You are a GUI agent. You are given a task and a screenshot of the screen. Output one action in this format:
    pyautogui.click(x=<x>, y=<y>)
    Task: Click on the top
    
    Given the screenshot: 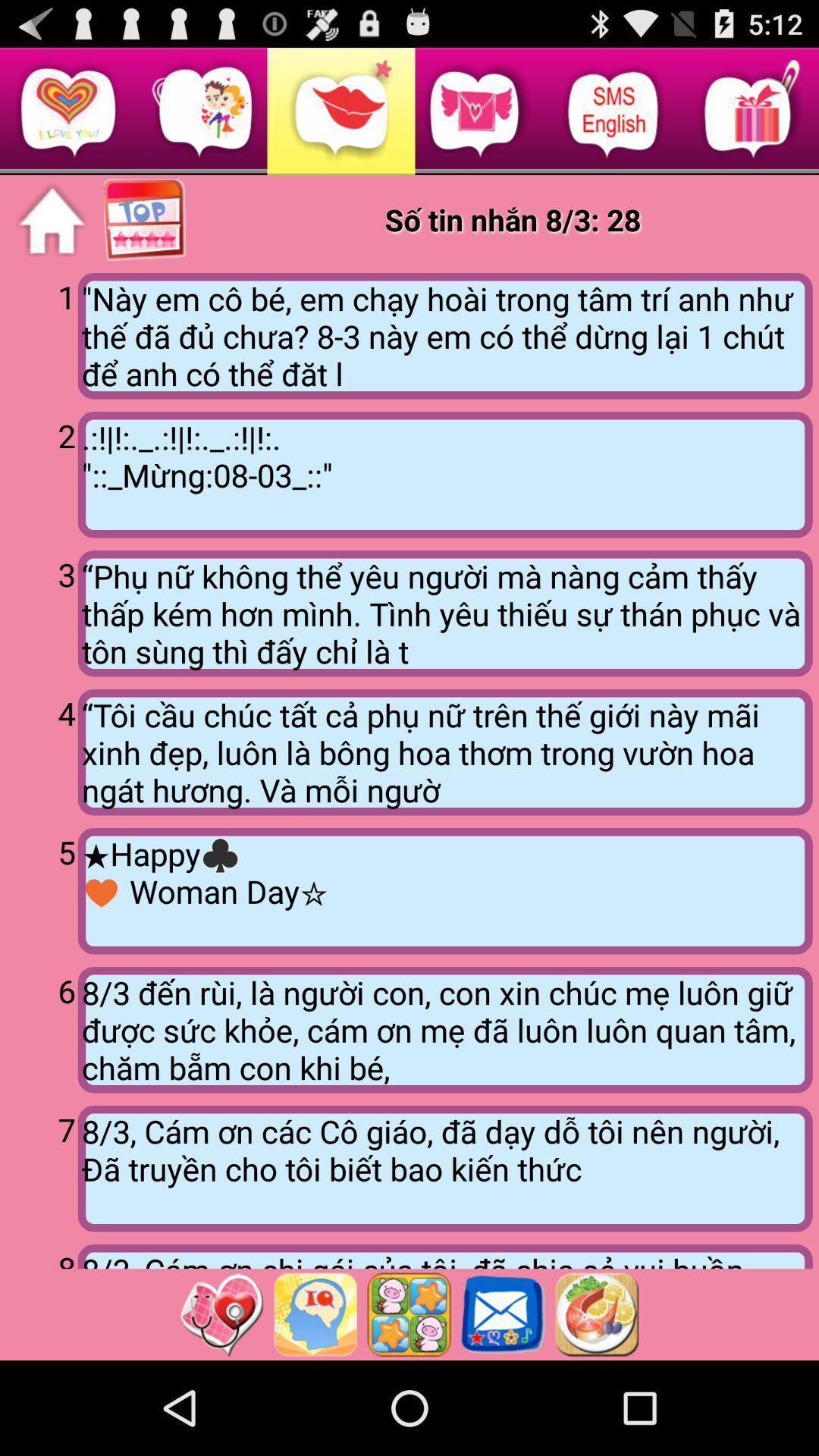 What is the action you would take?
    pyautogui.click(x=146, y=220)
    